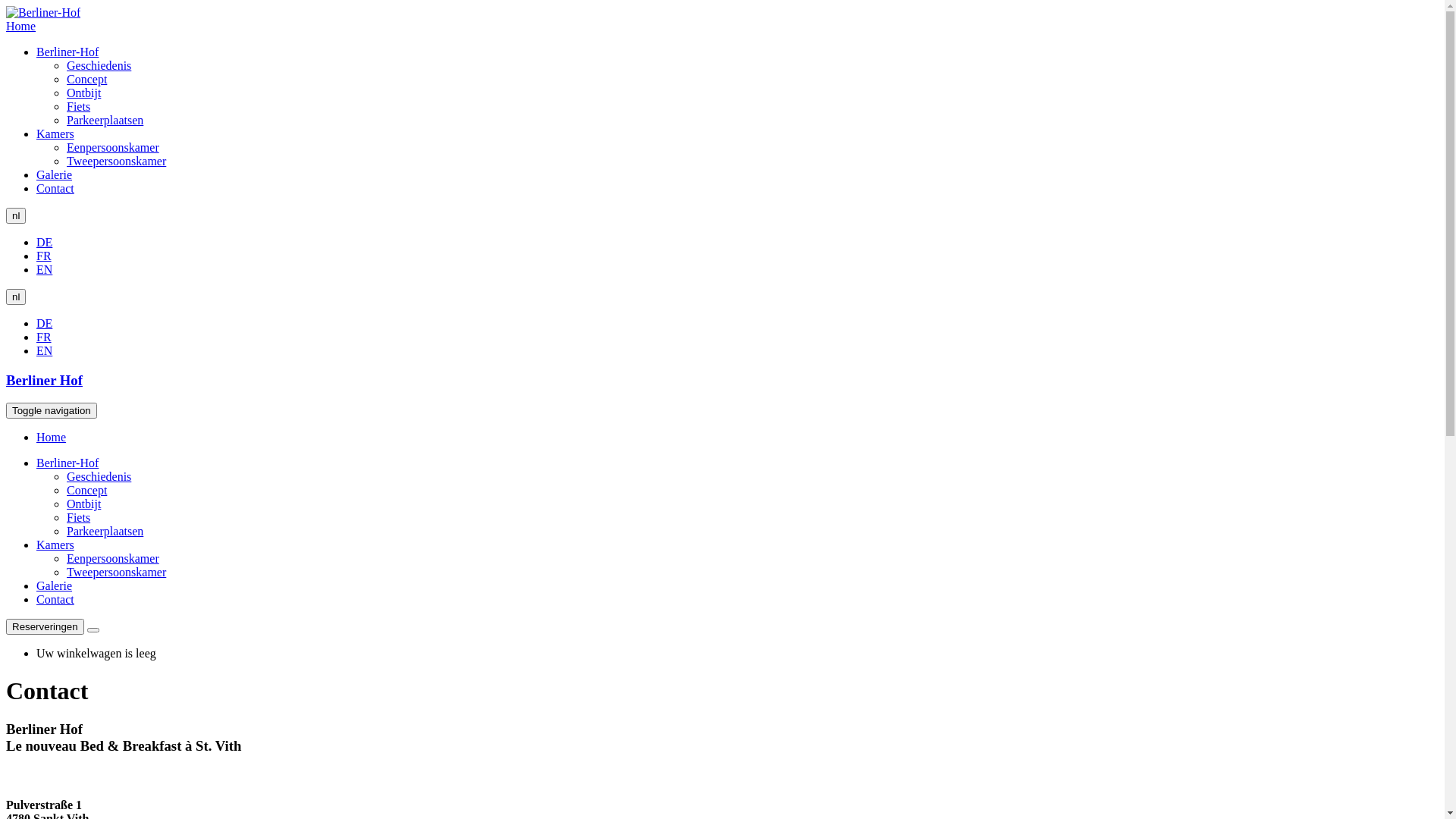  Describe the element at coordinates (51, 410) in the screenshot. I see `'Toggle navigation'` at that location.